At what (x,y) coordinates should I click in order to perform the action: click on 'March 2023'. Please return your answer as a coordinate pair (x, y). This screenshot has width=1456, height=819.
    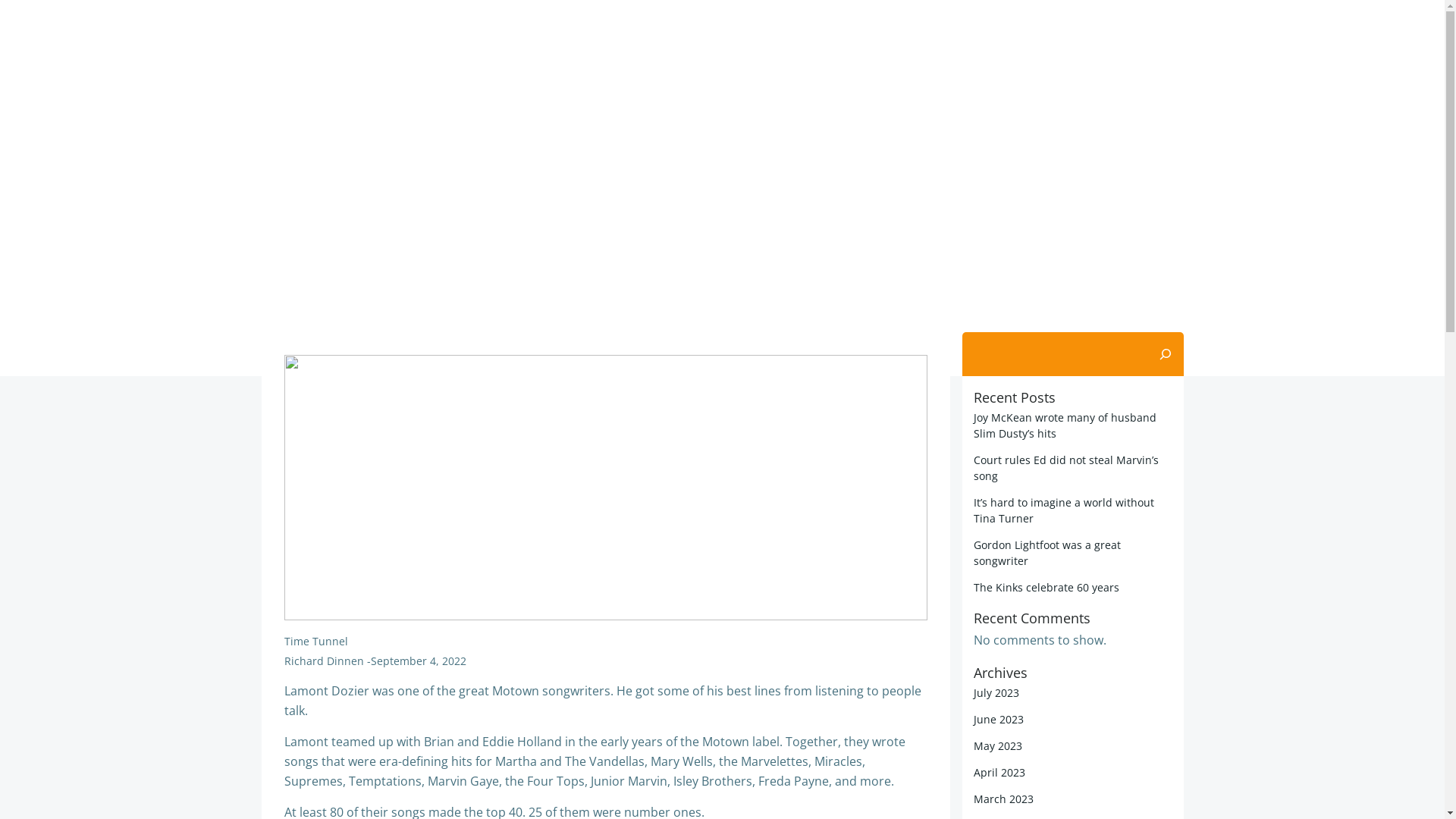
    Looking at the image, I should click on (1003, 798).